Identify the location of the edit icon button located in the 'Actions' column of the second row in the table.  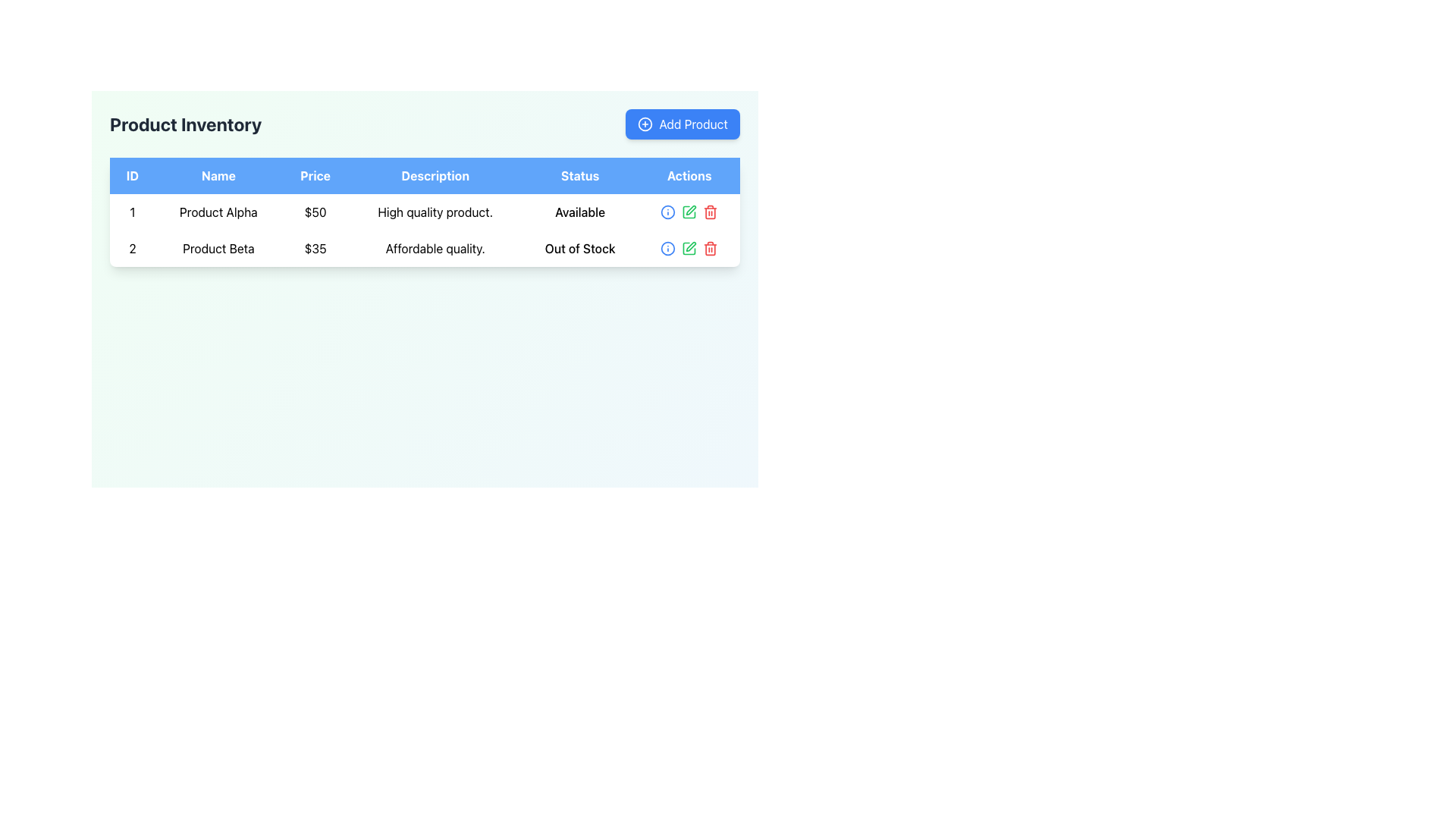
(689, 212).